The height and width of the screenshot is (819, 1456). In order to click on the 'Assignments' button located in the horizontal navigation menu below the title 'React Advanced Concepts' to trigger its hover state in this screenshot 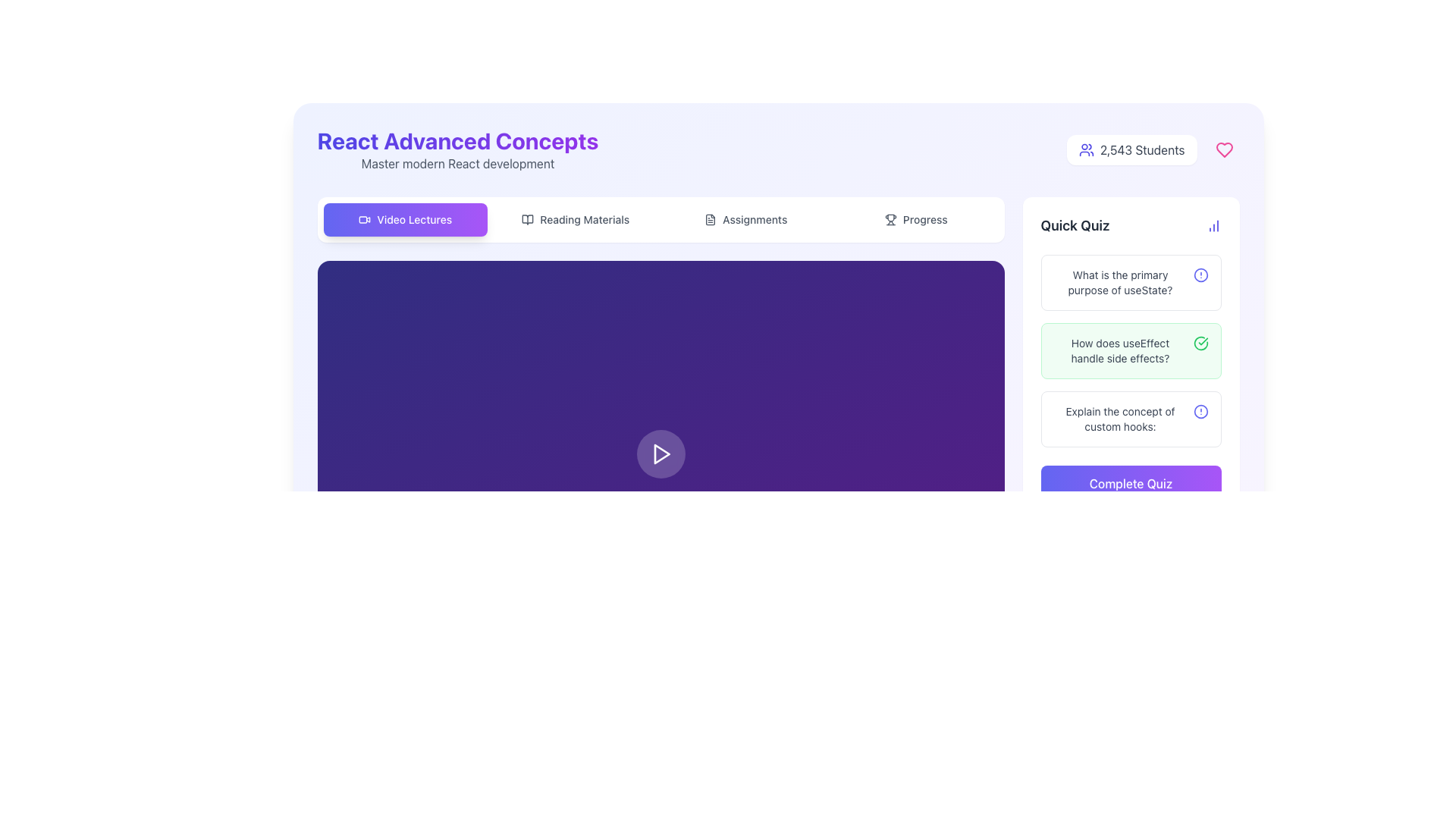, I will do `click(745, 219)`.